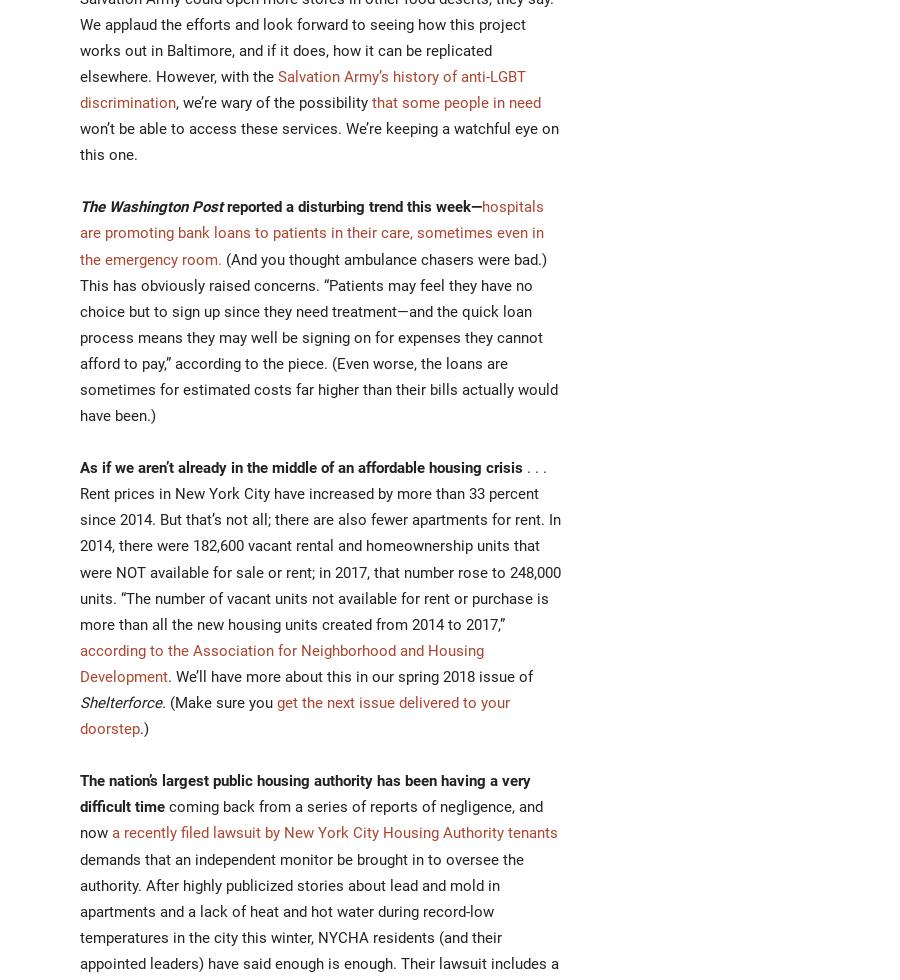 This screenshot has width=900, height=980. I want to click on 'won’t be able to access these services. We’re keeping a watchful eye on this one.', so click(318, 142).